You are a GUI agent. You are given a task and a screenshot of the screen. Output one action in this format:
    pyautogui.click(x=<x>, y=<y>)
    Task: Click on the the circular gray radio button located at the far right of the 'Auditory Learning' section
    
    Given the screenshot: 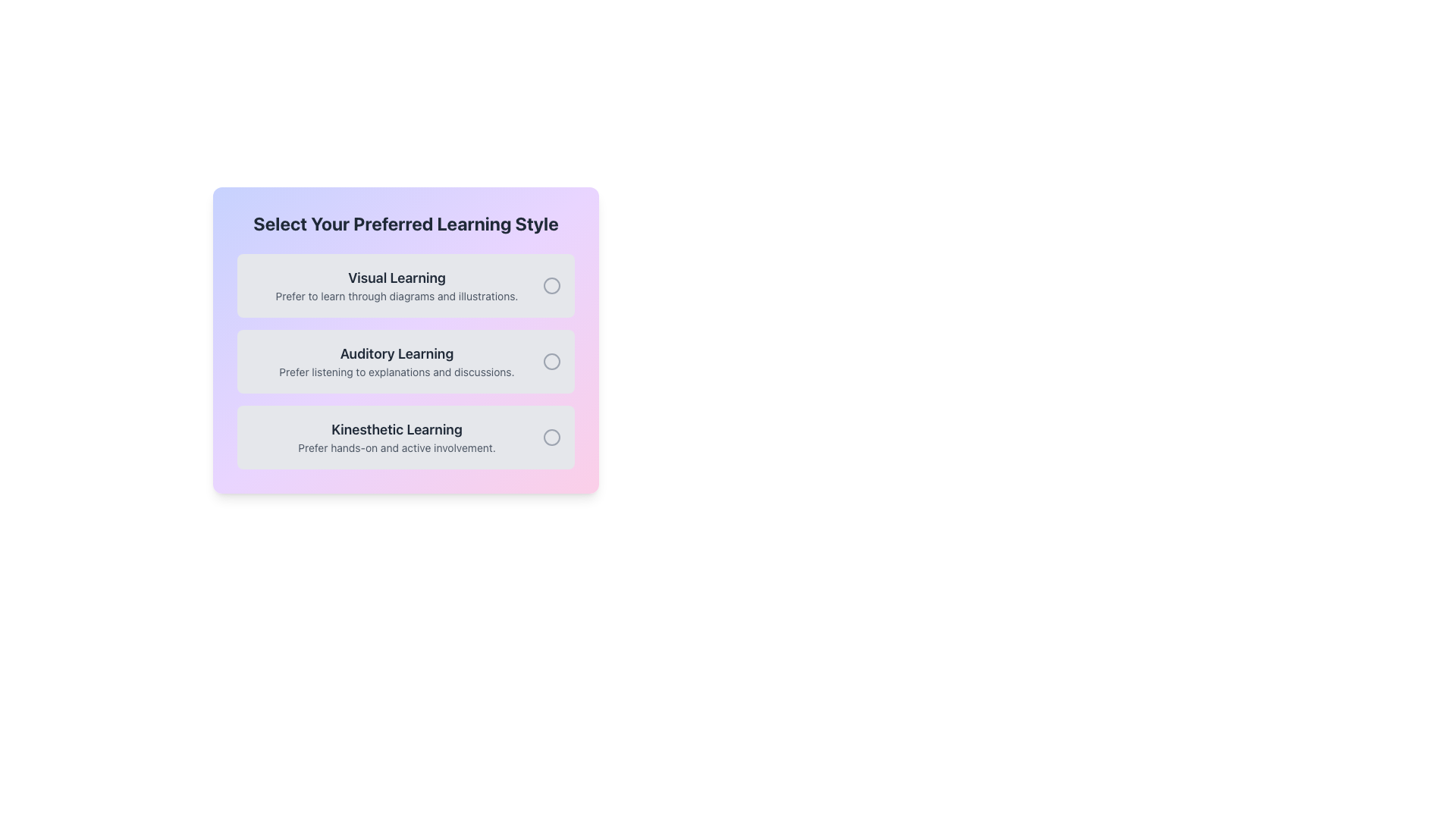 What is the action you would take?
    pyautogui.click(x=551, y=362)
    